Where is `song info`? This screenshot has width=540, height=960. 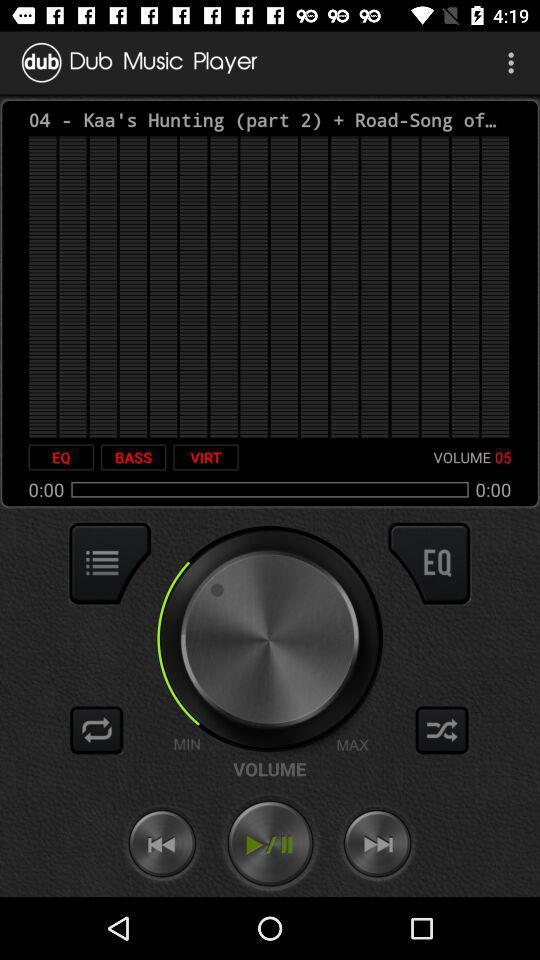 song info is located at coordinates (110, 563).